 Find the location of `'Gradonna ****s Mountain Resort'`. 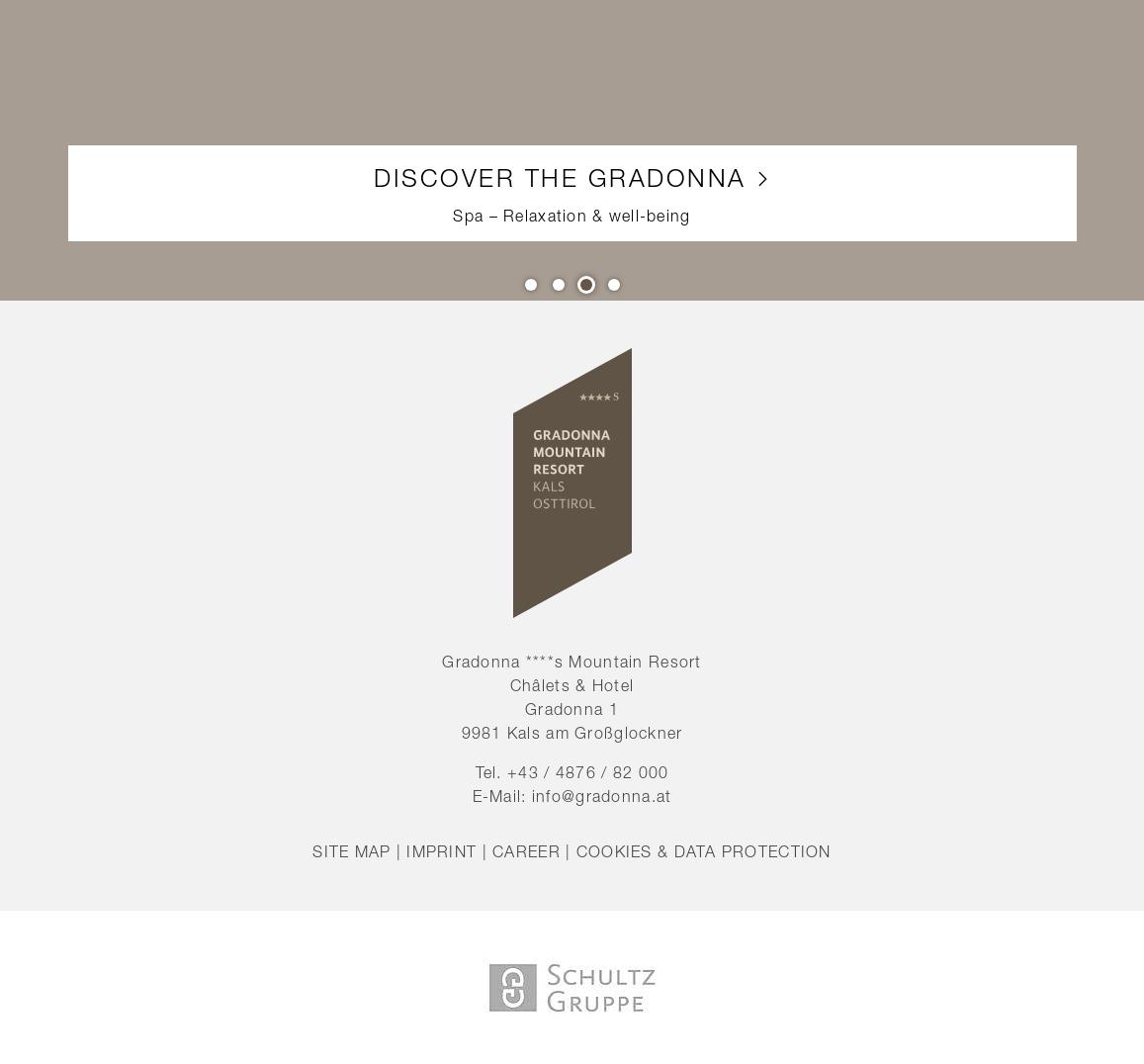

'Gradonna ****s Mountain Resort' is located at coordinates (571, 660).